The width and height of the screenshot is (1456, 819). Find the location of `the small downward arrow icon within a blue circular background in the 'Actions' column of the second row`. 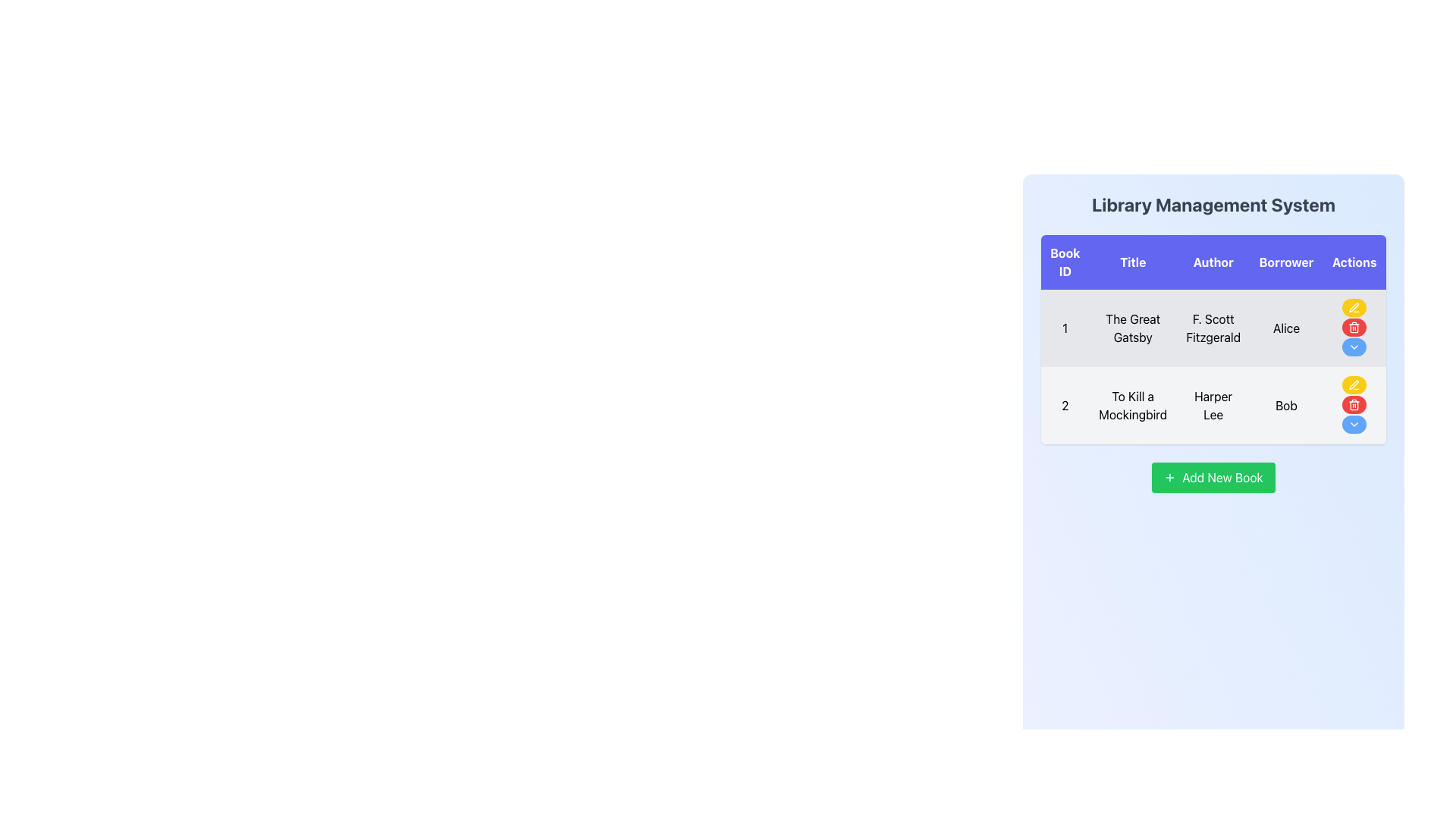

the small downward arrow icon within a blue circular background in the 'Actions' column of the second row is located at coordinates (1354, 347).